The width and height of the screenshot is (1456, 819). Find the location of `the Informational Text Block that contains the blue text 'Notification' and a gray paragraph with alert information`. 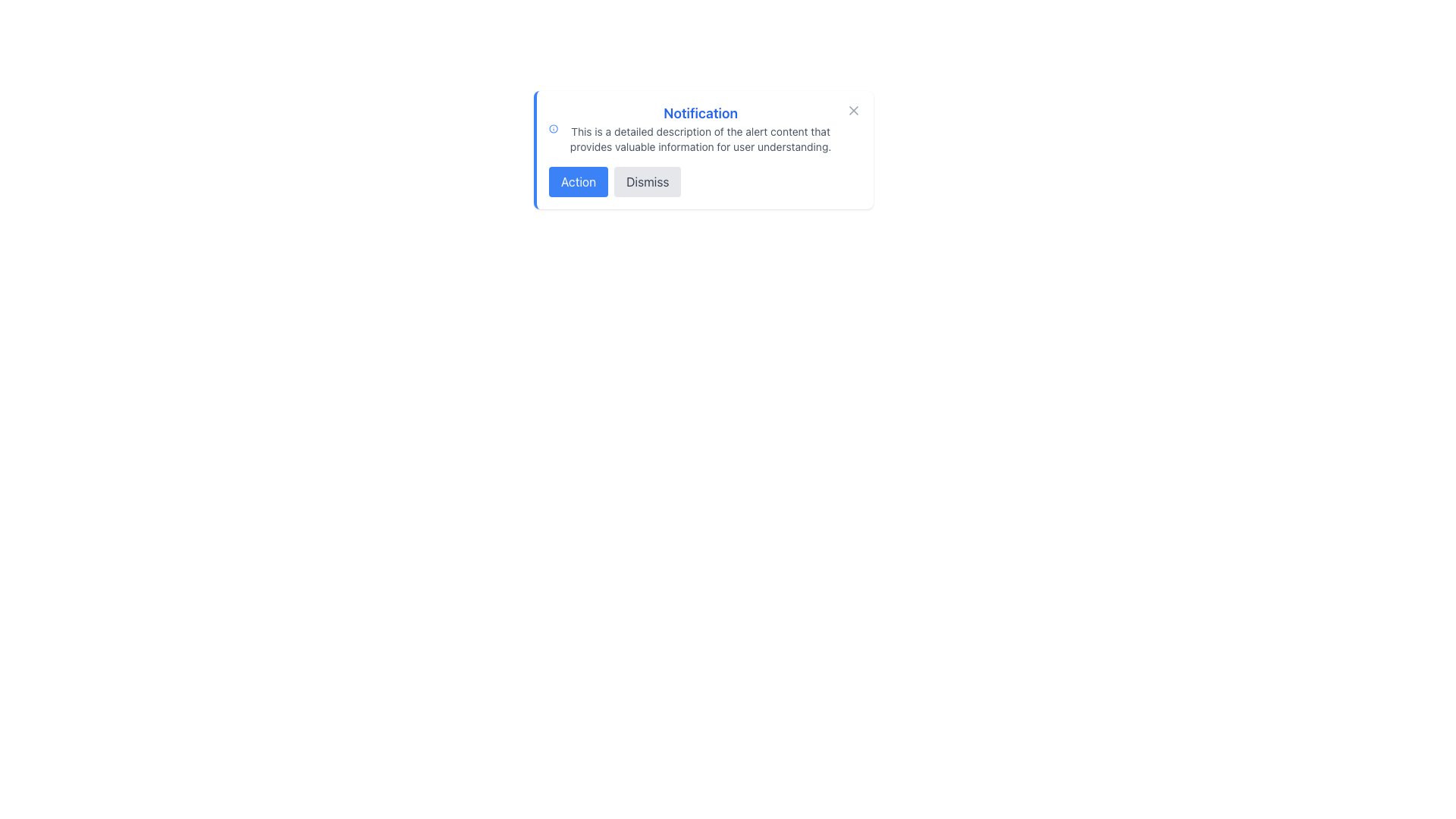

the Informational Text Block that contains the blue text 'Notification' and a gray paragraph with alert information is located at coordinates (691, 127).